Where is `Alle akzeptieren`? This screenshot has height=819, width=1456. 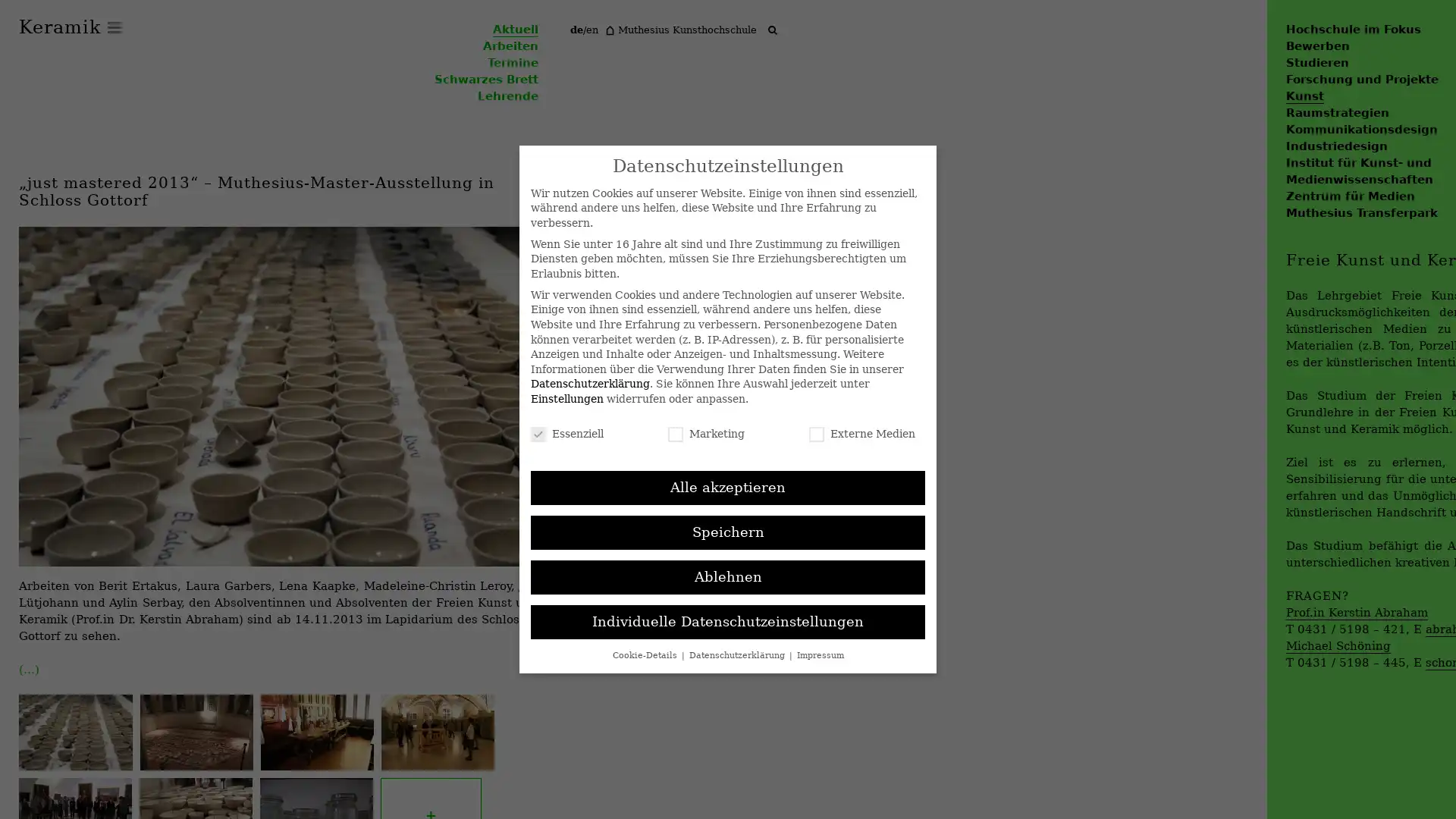 Alle akzeptieren is located at coordinates (728, 488).